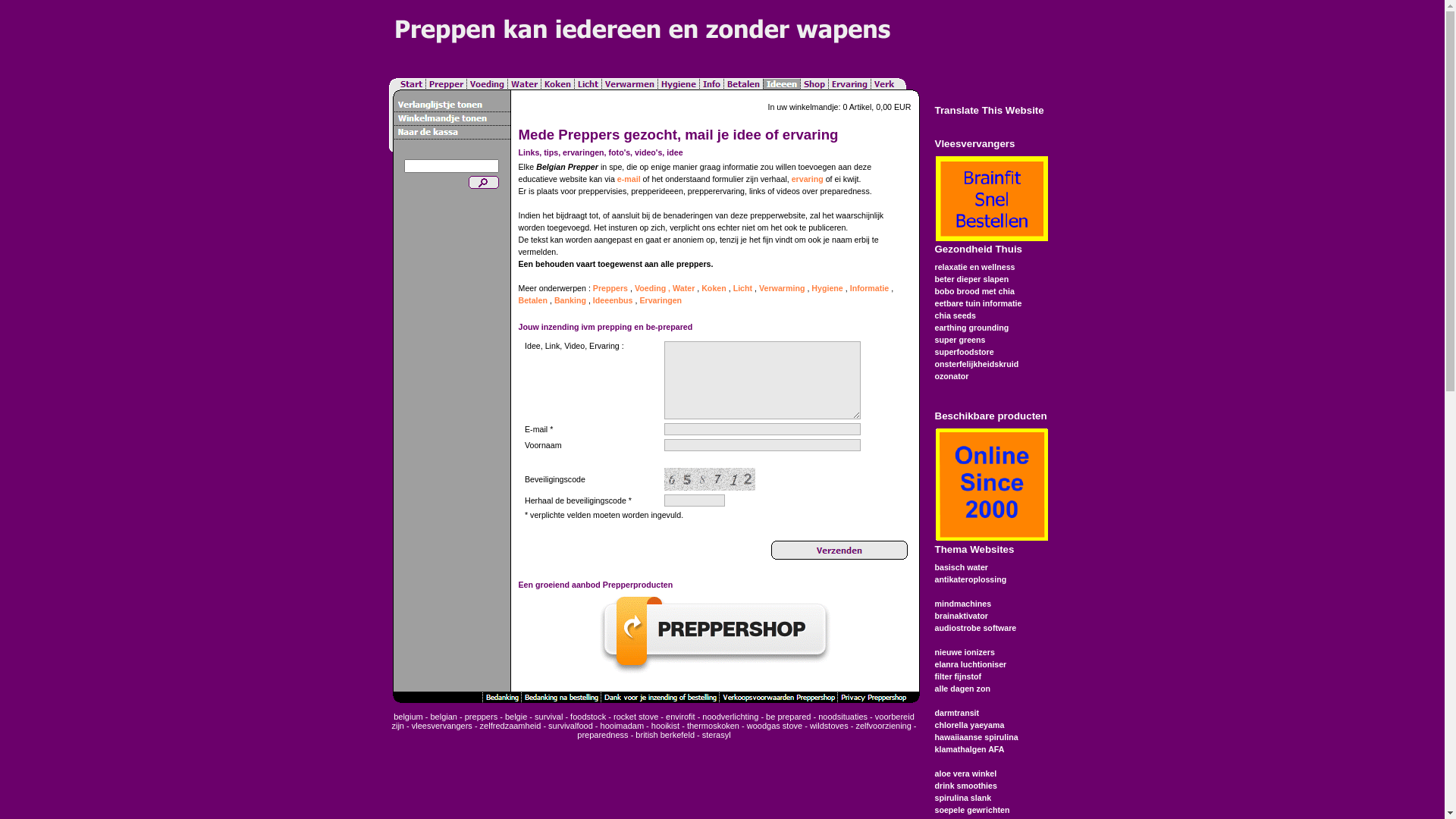 The image size is (1456, 819). What do you see at coordinates (968, 748) in the screenshot?
I see `'klamathalgen AFA'` at bounding box center [968, 748].